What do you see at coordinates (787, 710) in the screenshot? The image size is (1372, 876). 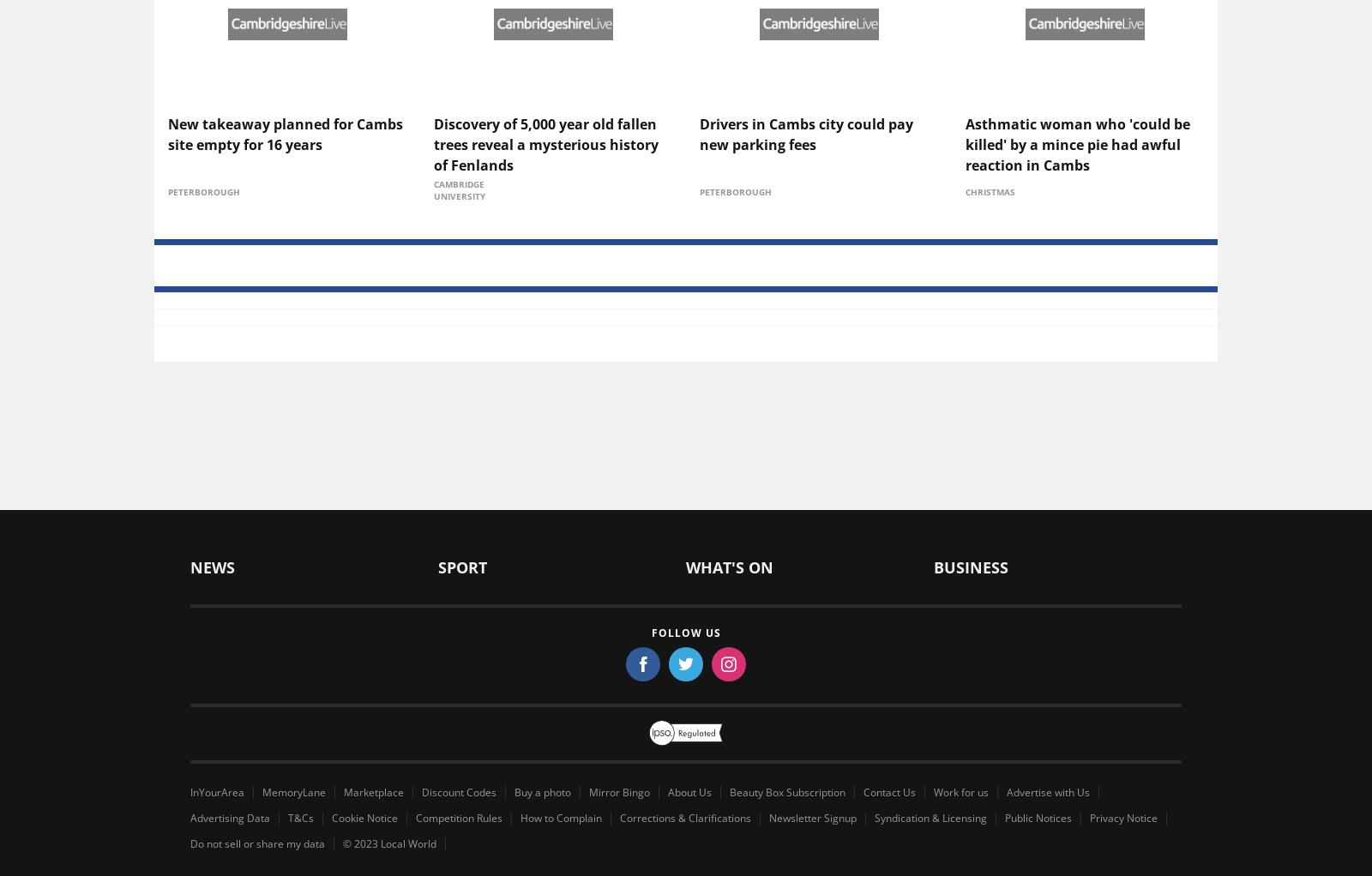 I see `'Death and funeral announcements across Cambridgeshire this week'` at bounding box center [787, 710].